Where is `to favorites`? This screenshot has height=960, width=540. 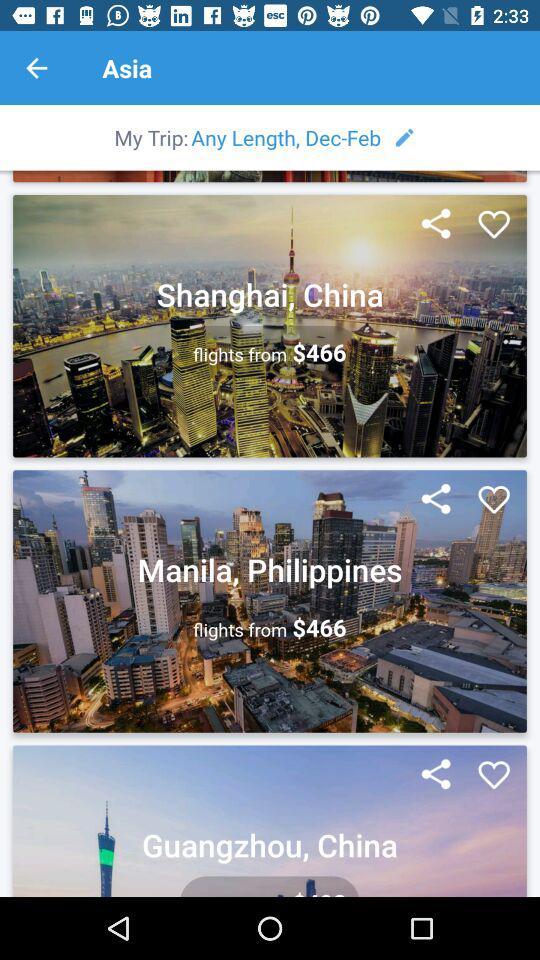 to favorites is located at coordinates (493, 499).